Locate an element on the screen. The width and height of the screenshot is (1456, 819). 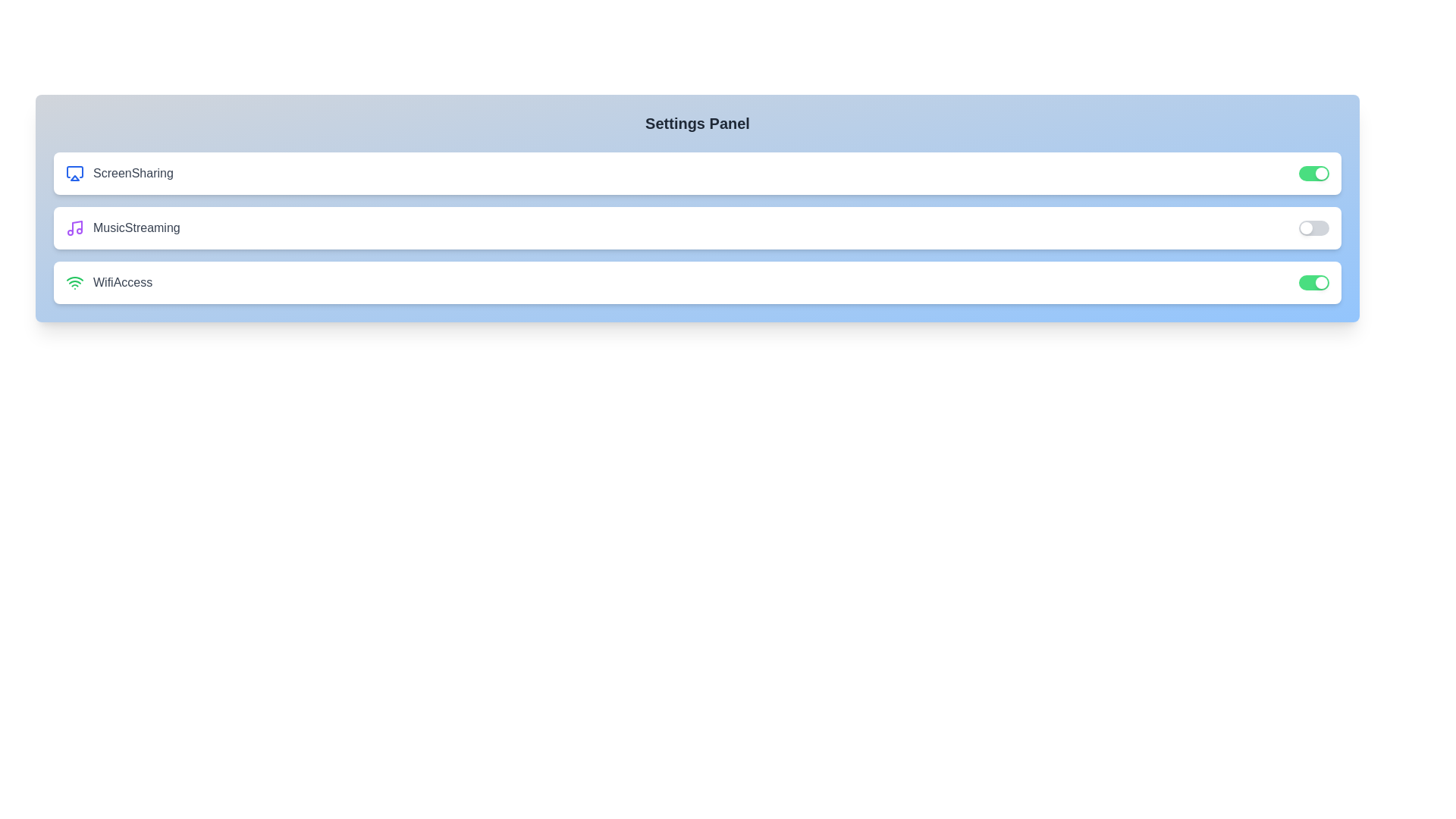
the setting wifiAccess to view its hover effect is located at coordinates (697, 283).